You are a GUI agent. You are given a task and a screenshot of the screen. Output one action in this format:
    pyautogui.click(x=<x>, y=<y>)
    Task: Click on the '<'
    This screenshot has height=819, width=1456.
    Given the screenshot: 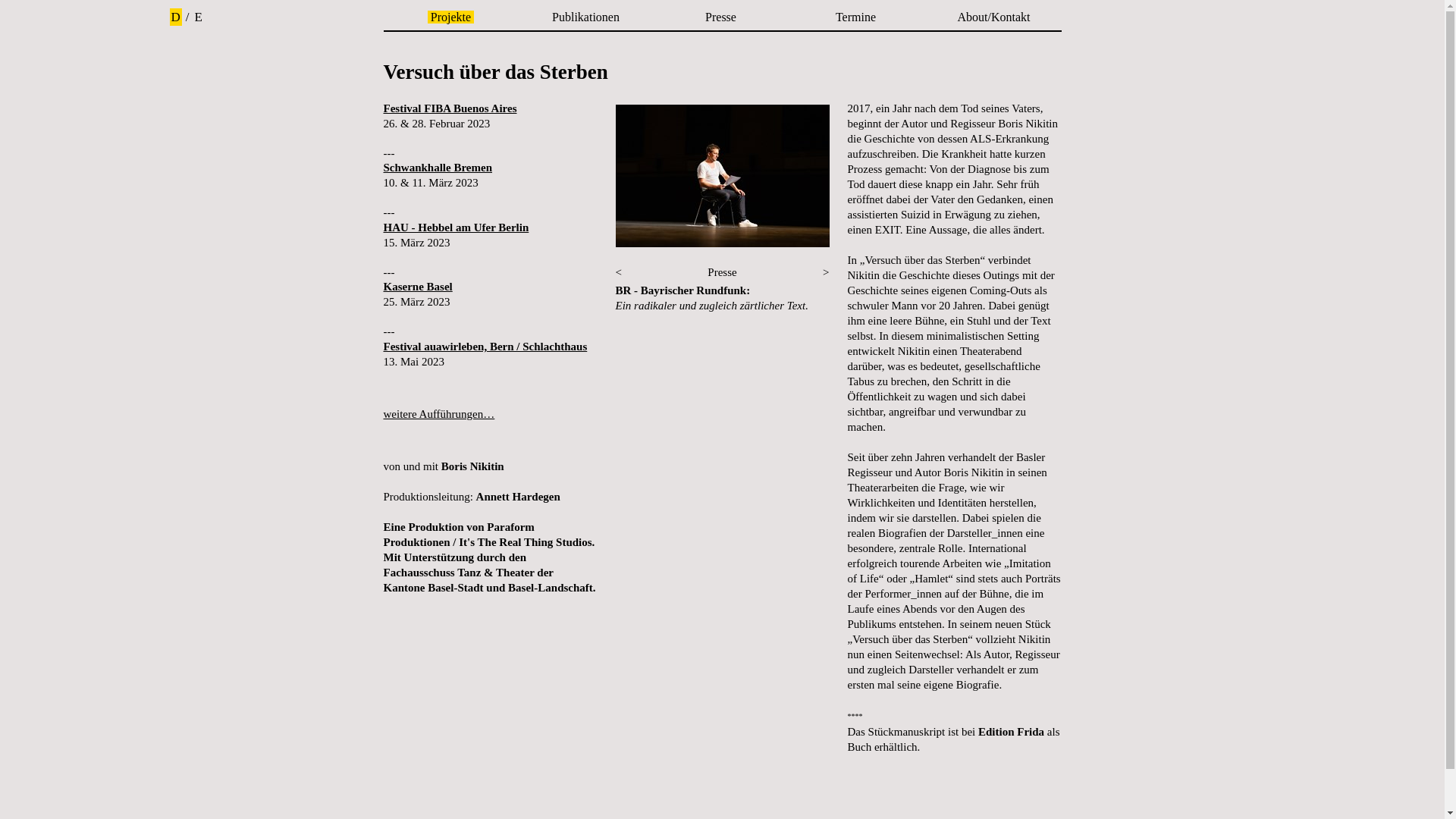 What is the action you would take?
    pyautogui.click(x=619, y=271)
    